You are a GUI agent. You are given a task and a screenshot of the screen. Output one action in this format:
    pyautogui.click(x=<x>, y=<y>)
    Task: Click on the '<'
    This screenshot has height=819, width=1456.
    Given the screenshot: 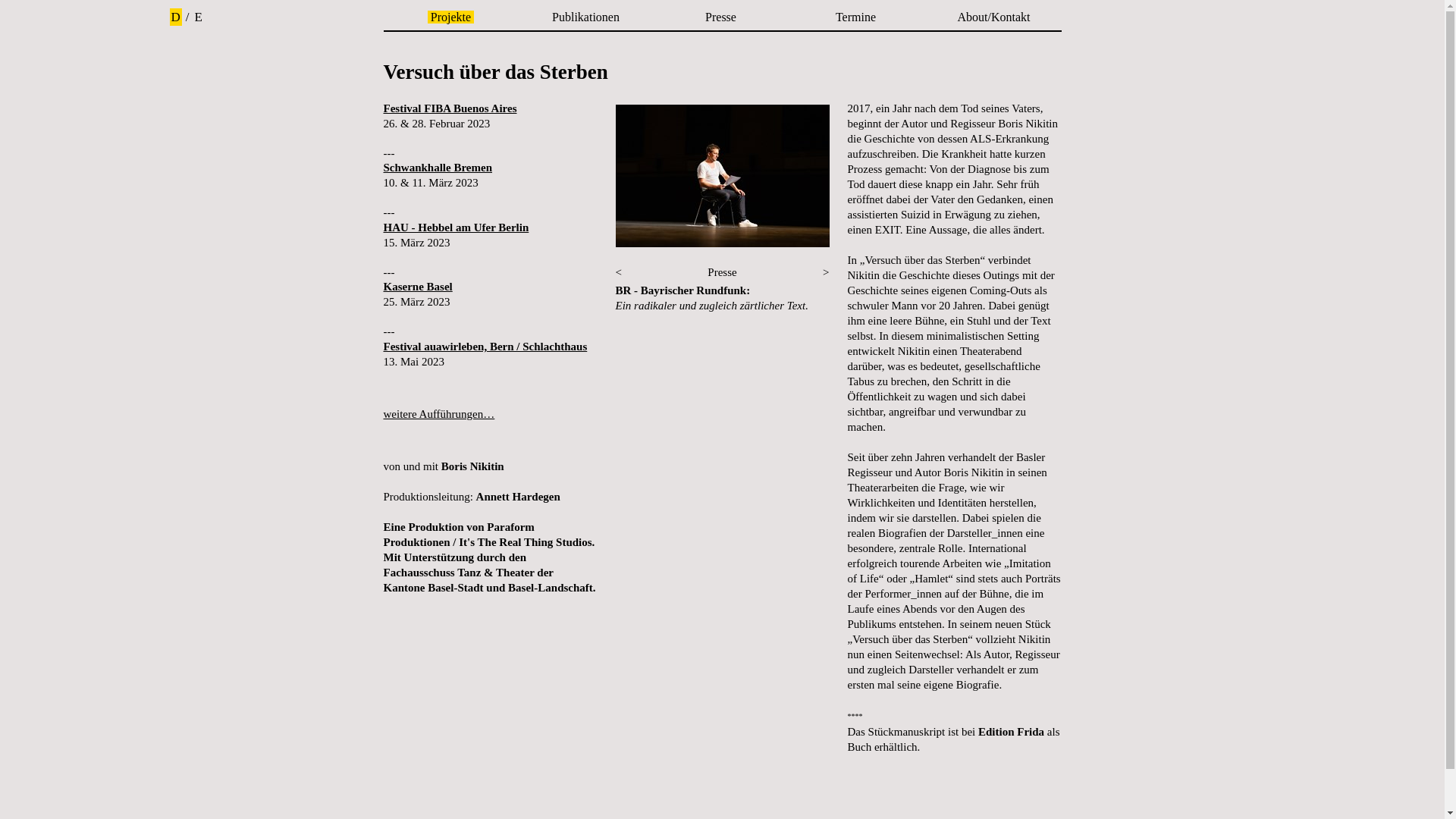 What is the action you would take?
    pyautogui.click(x=619, y=271)
    